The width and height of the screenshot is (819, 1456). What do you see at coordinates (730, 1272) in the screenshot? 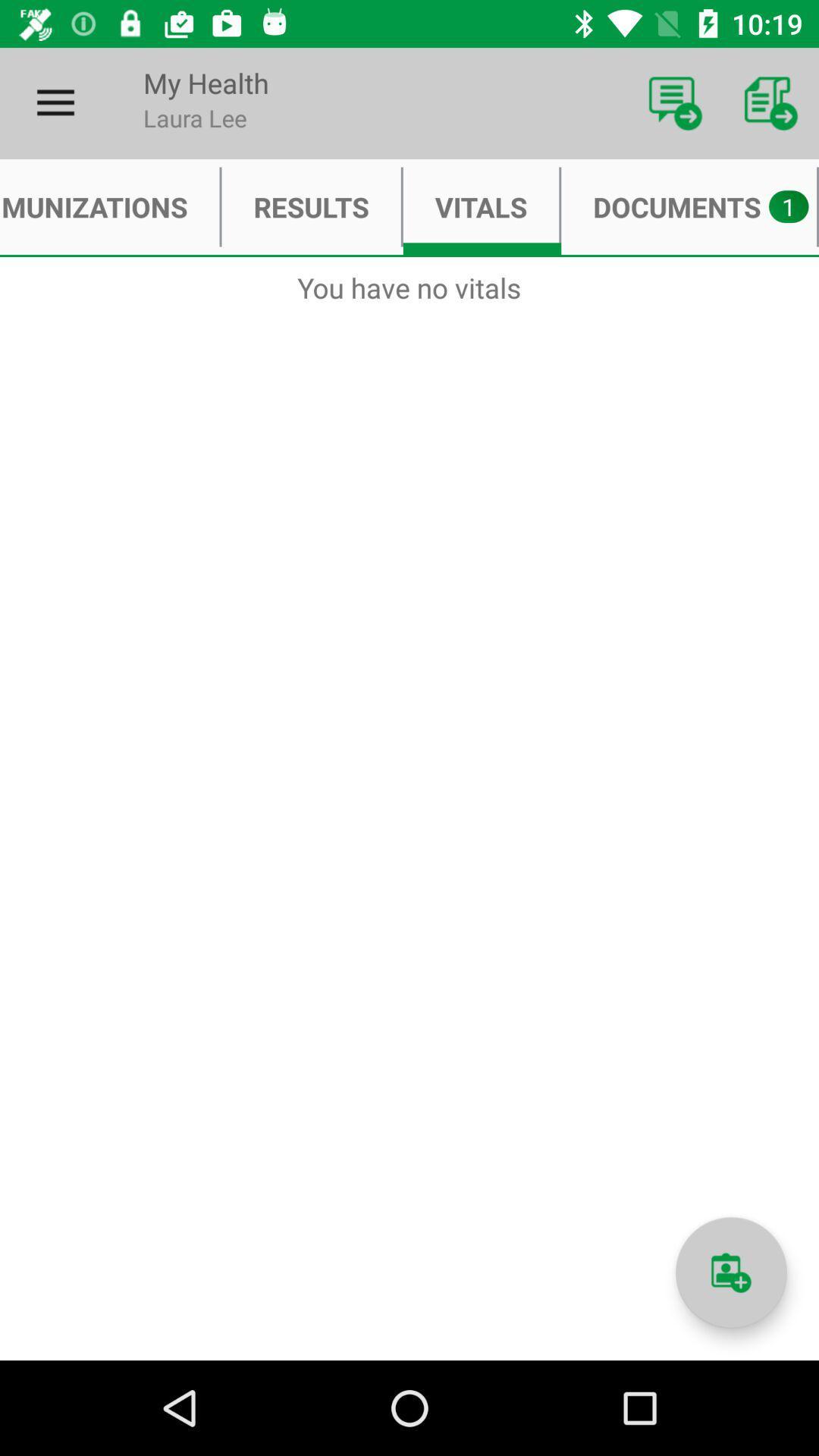
I see `document` at bounding box center [730, 1272].